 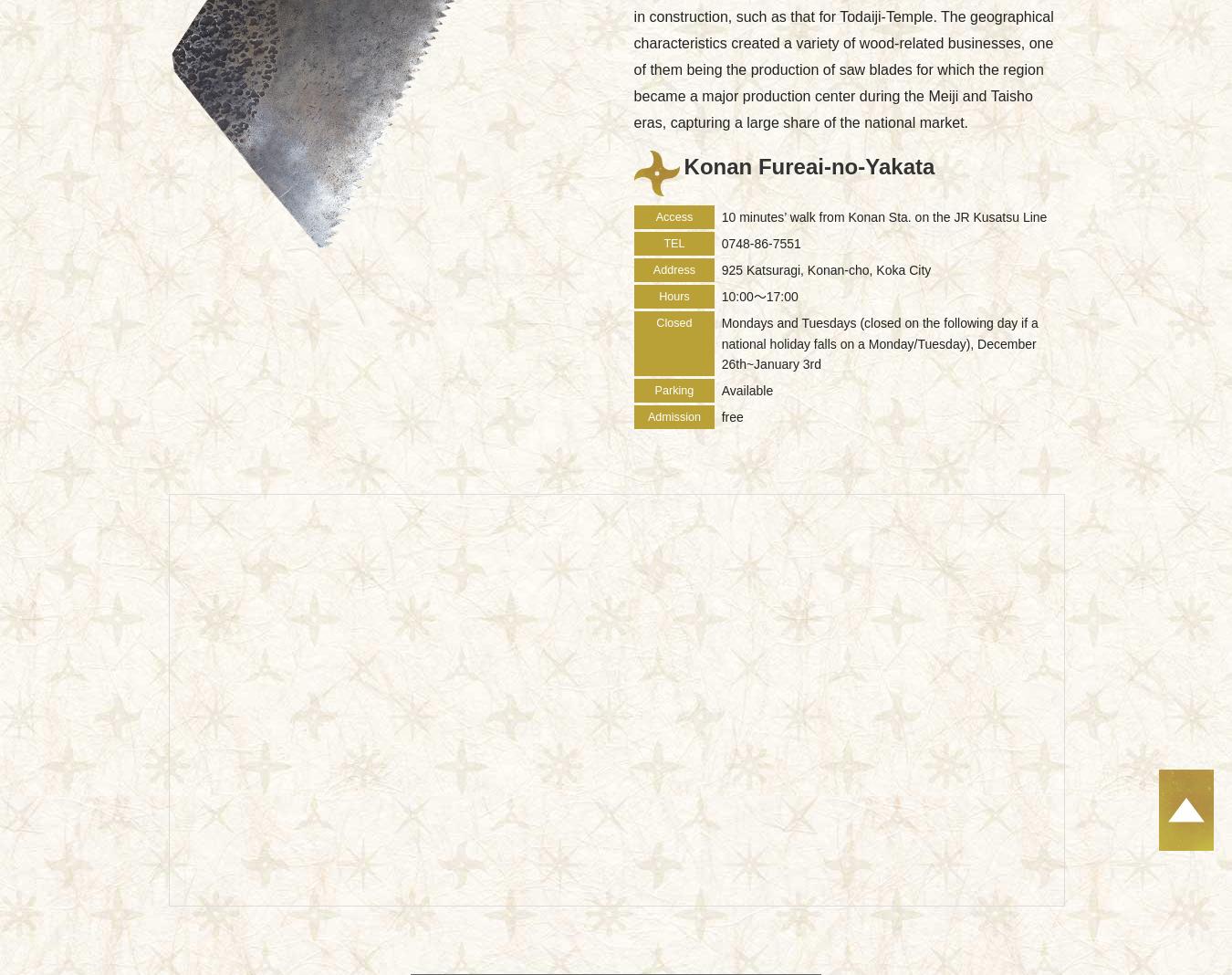 I want to click on 'Available', so click(x=747, y=390).